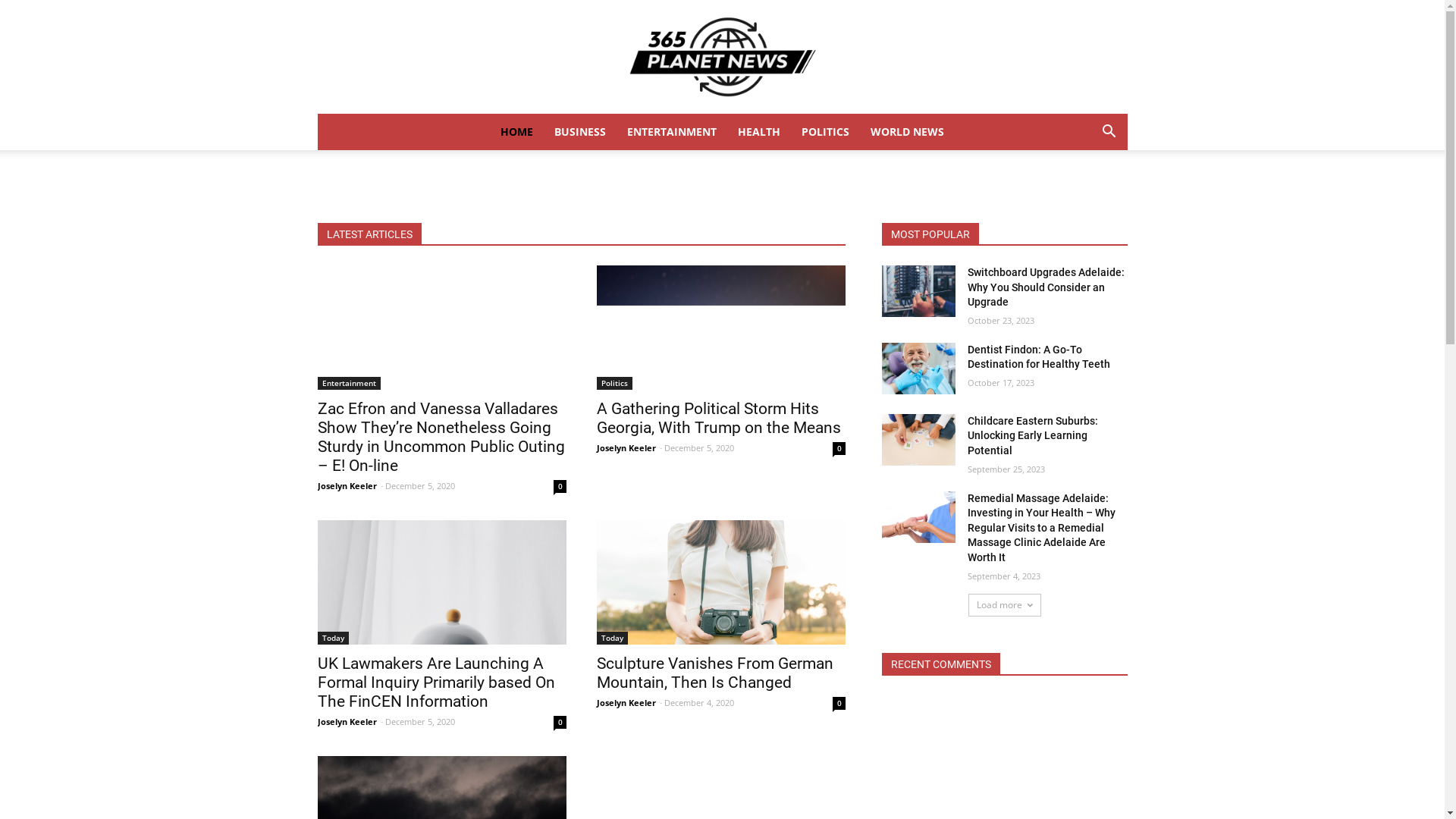 The height and width of the screenshot is (819, 1456). Describe the element at coordinates (907, 130) in the screenshot. I see `'WORLD NEWS'` at that location.